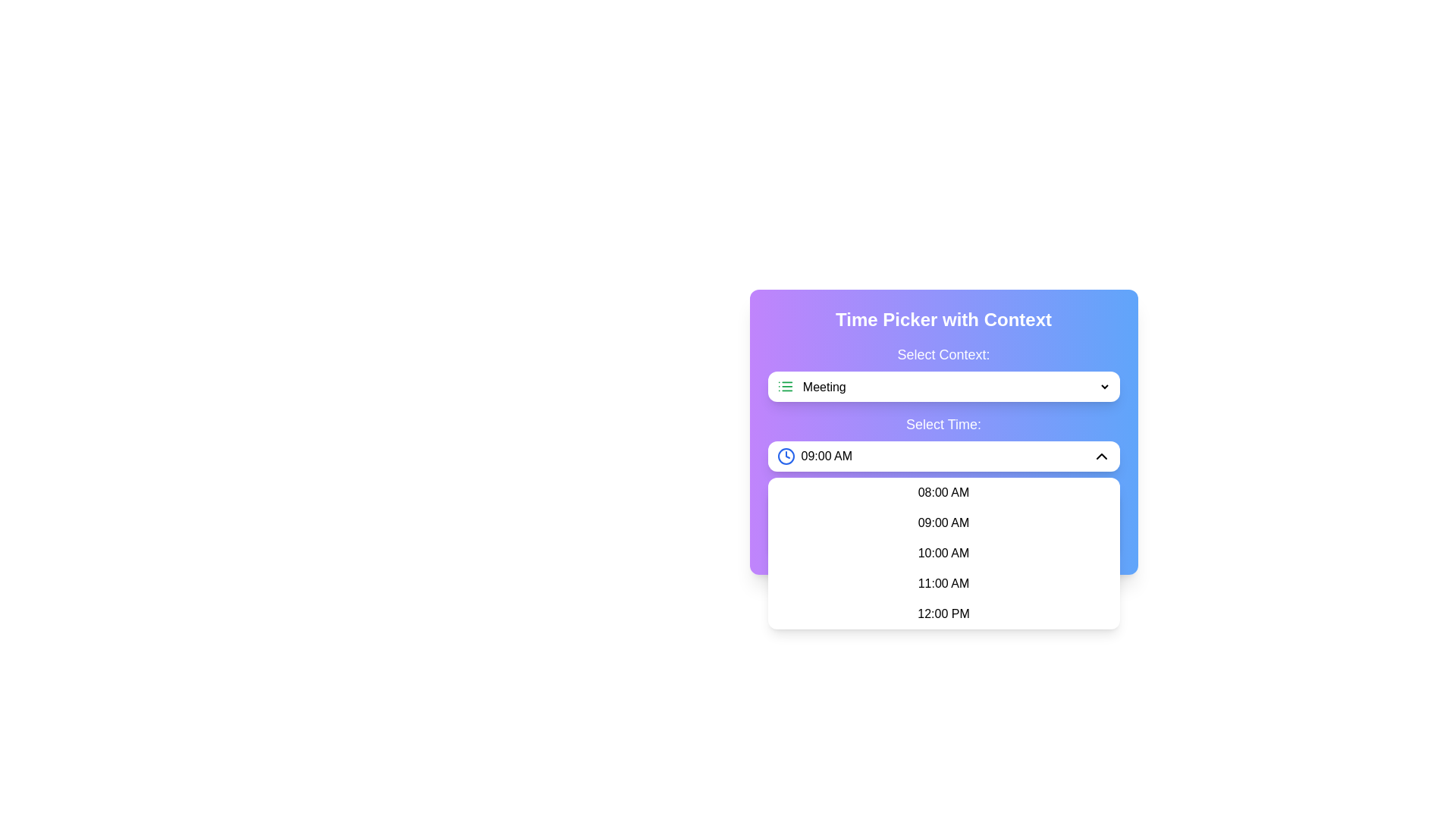 This screenshot has width=1456, height=819. Describe the element at coordinates (943, 522) in the screenshot. I see `the text label displaying '09:00 AM' in the dropdown-style menu for time selection` at that location.